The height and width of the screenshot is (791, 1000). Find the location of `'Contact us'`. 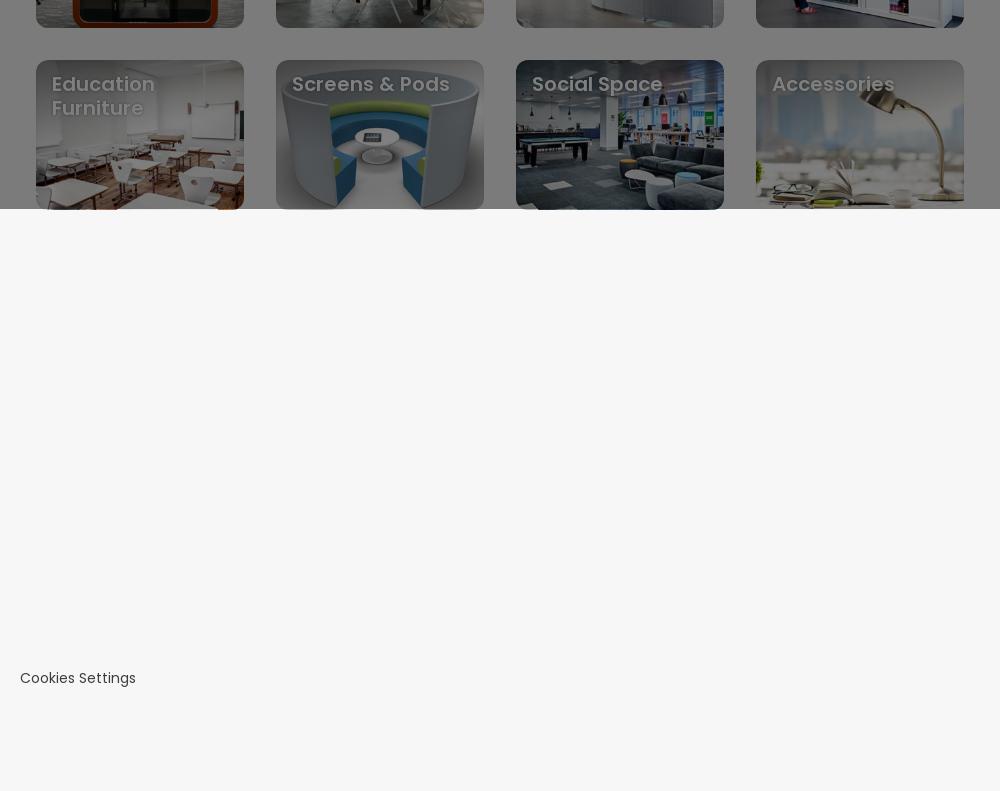

'Contact us' is located at coordinates (60, 465).